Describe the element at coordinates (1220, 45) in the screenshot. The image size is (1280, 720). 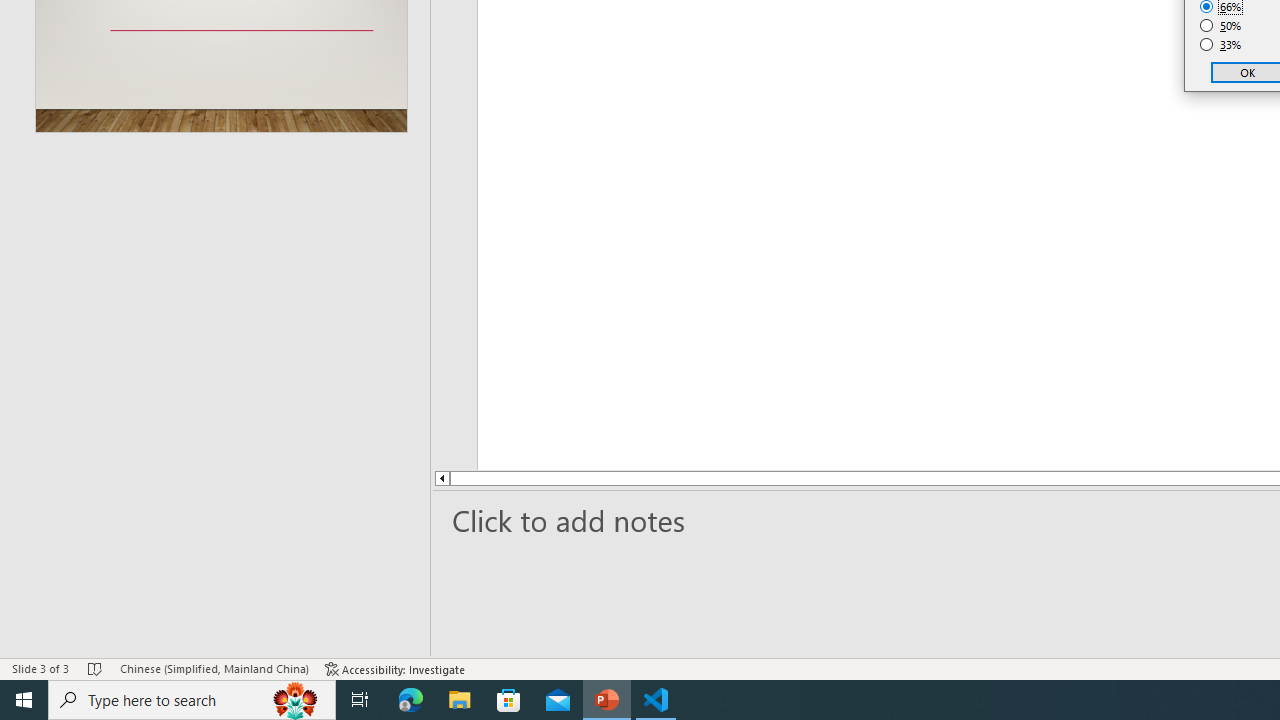
I see `'33%'` at that location.